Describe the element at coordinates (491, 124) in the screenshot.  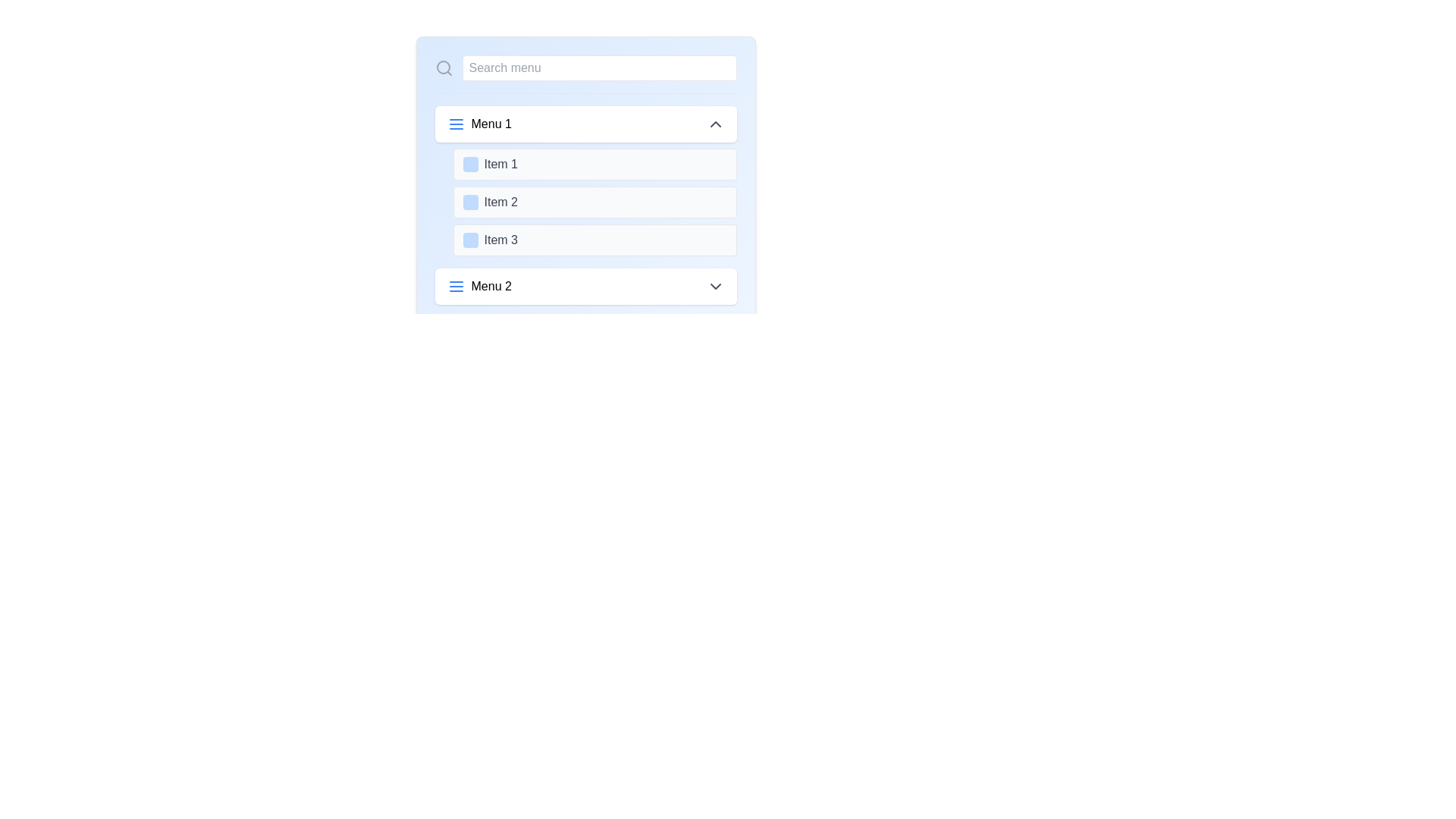
I see `text label for the collapsible menu item representing 'Menu 1', located just below the search bar and between the menu icon and the arrow icon` at that location.